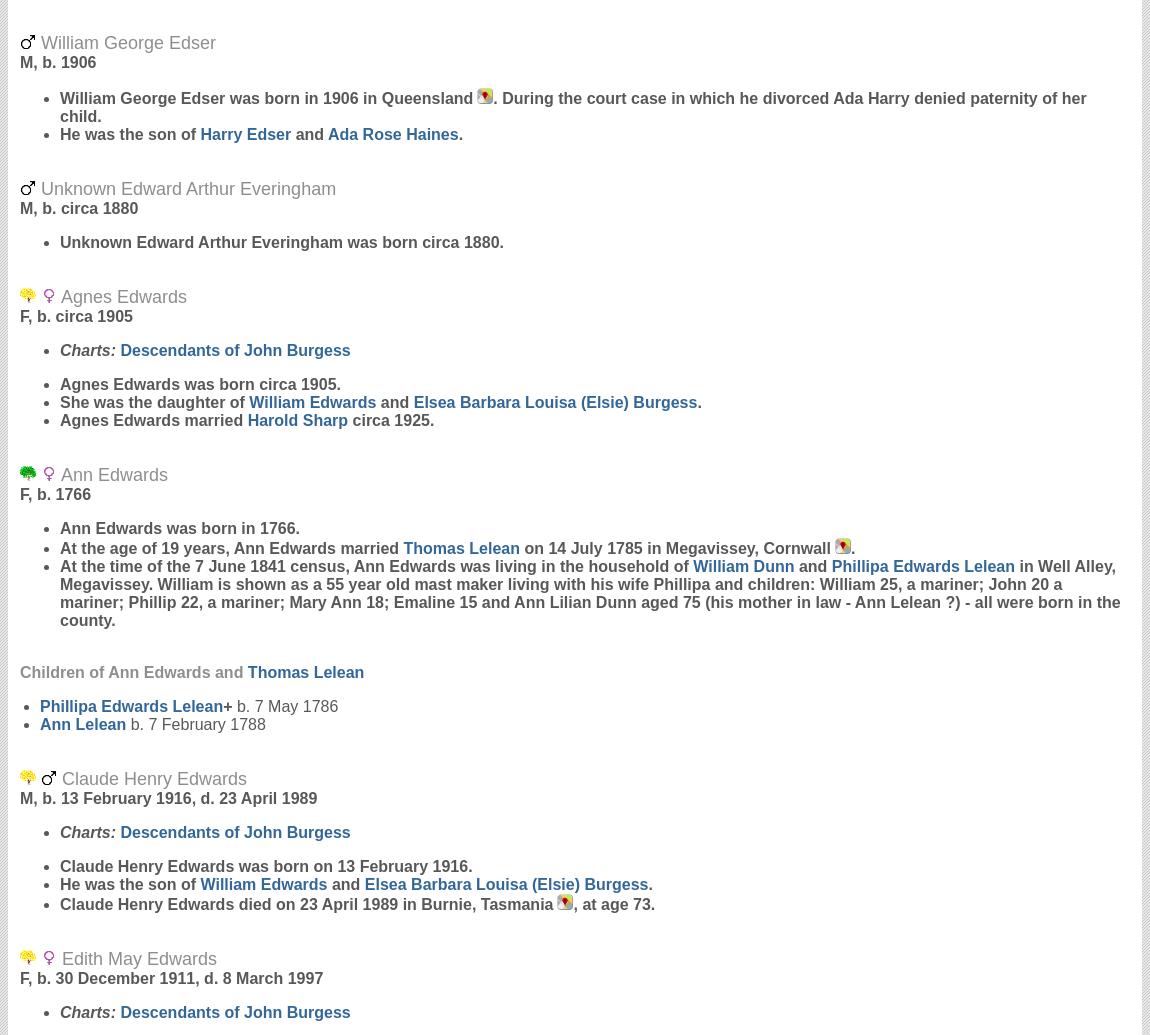 The height and width of the screenshot is (1035, 1150). I want to click on 'Agnes Edwards married', so click(152, 420).